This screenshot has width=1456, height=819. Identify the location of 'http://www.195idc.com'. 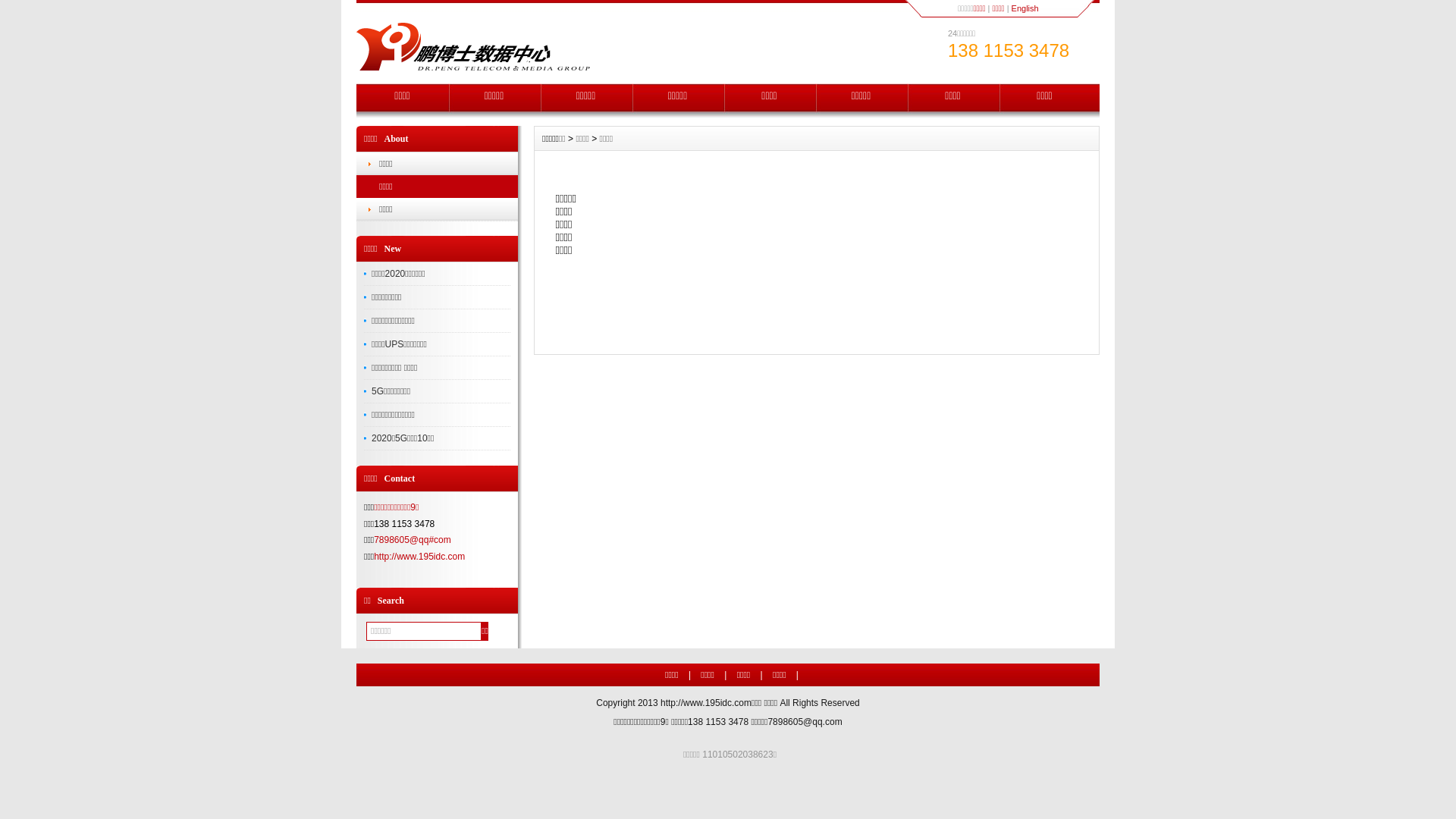
(419, 556).